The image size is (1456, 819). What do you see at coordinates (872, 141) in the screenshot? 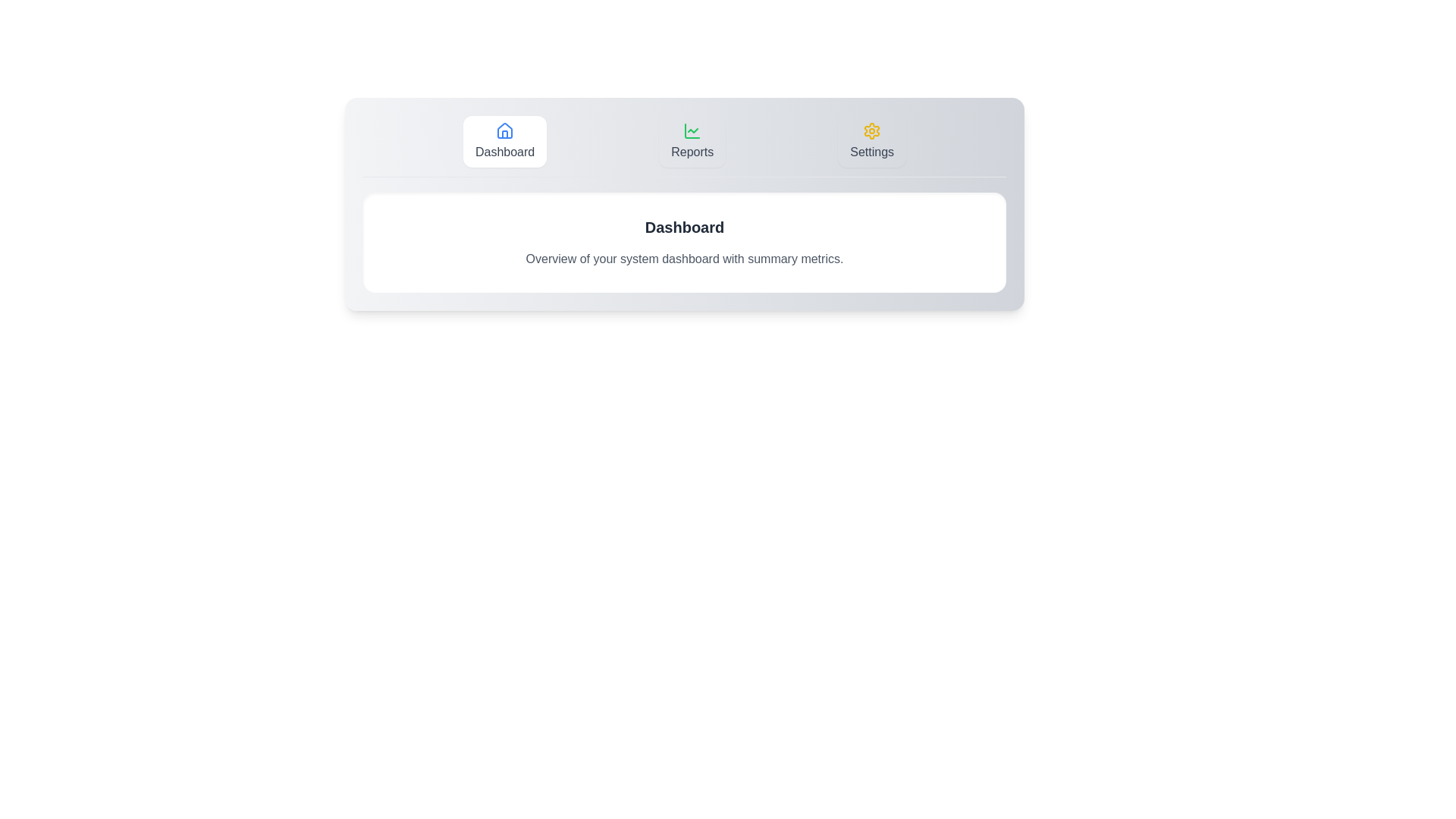
I see `the Settings button to navigate to the corresponding section` at bounding box center [872, 141].